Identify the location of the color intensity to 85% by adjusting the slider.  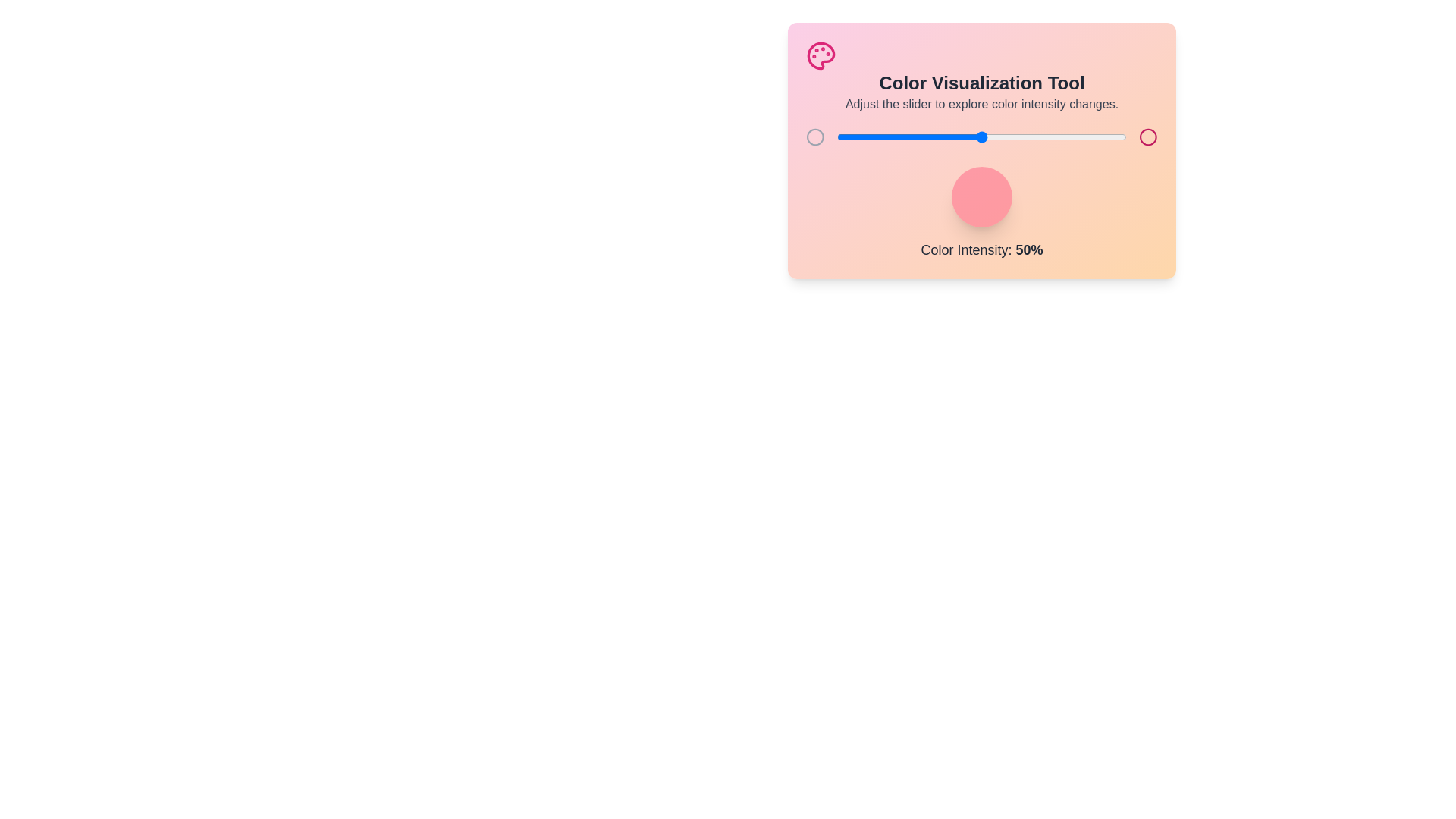
(1082, 137).